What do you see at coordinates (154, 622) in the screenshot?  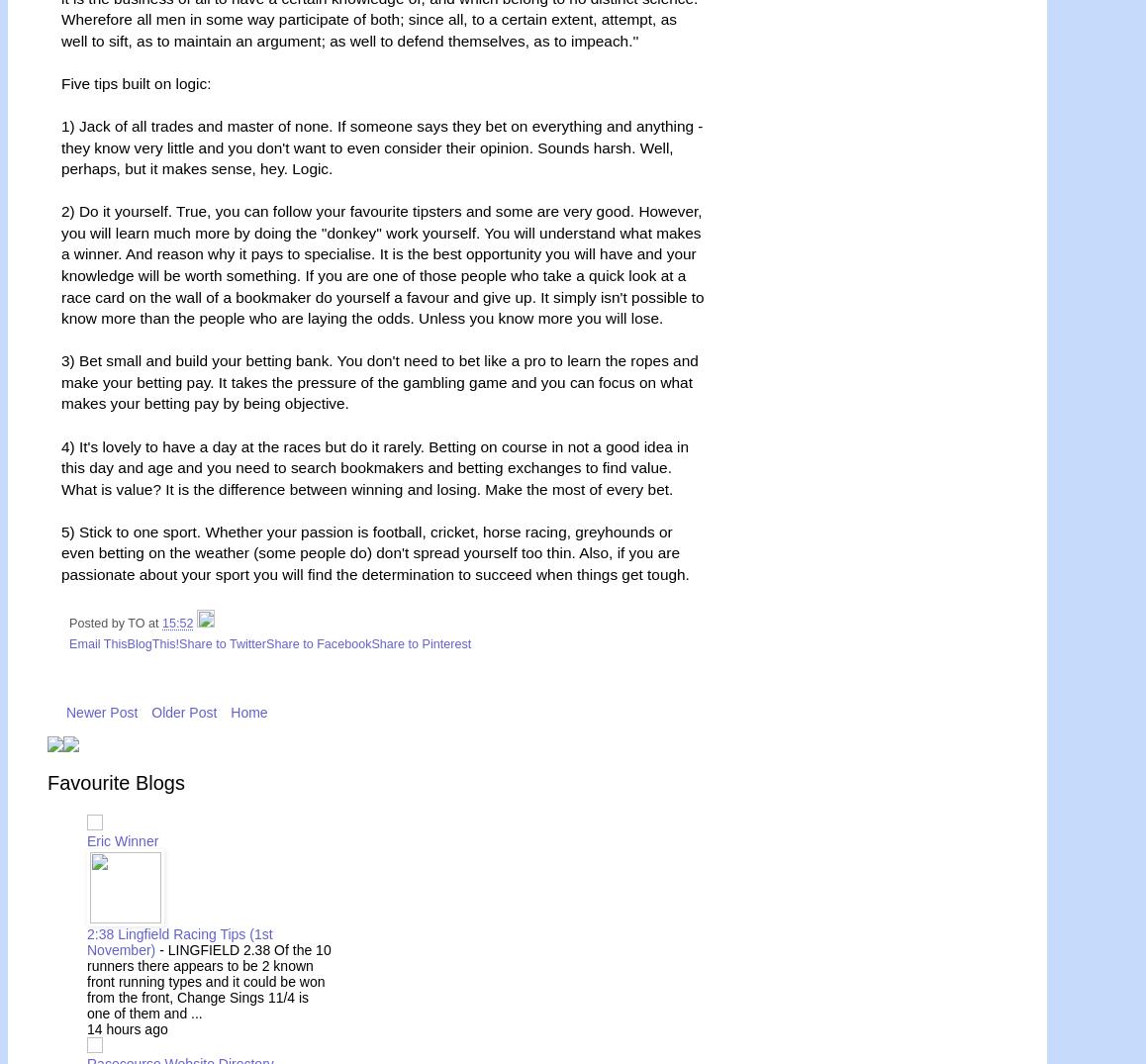 I see `'at'` at bounding box center [154, 622].